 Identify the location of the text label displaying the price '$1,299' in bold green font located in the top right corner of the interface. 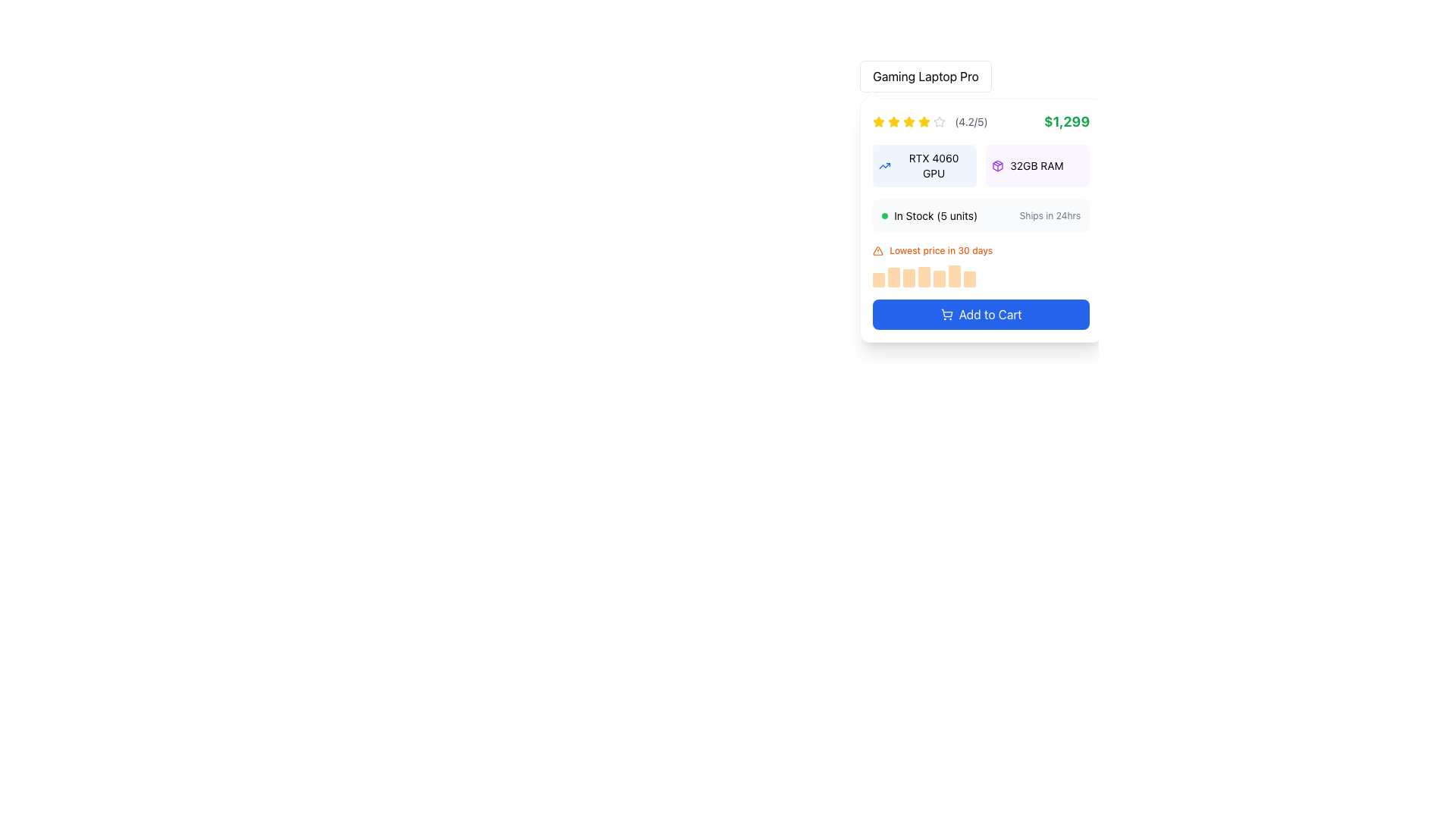
(1066, 121).